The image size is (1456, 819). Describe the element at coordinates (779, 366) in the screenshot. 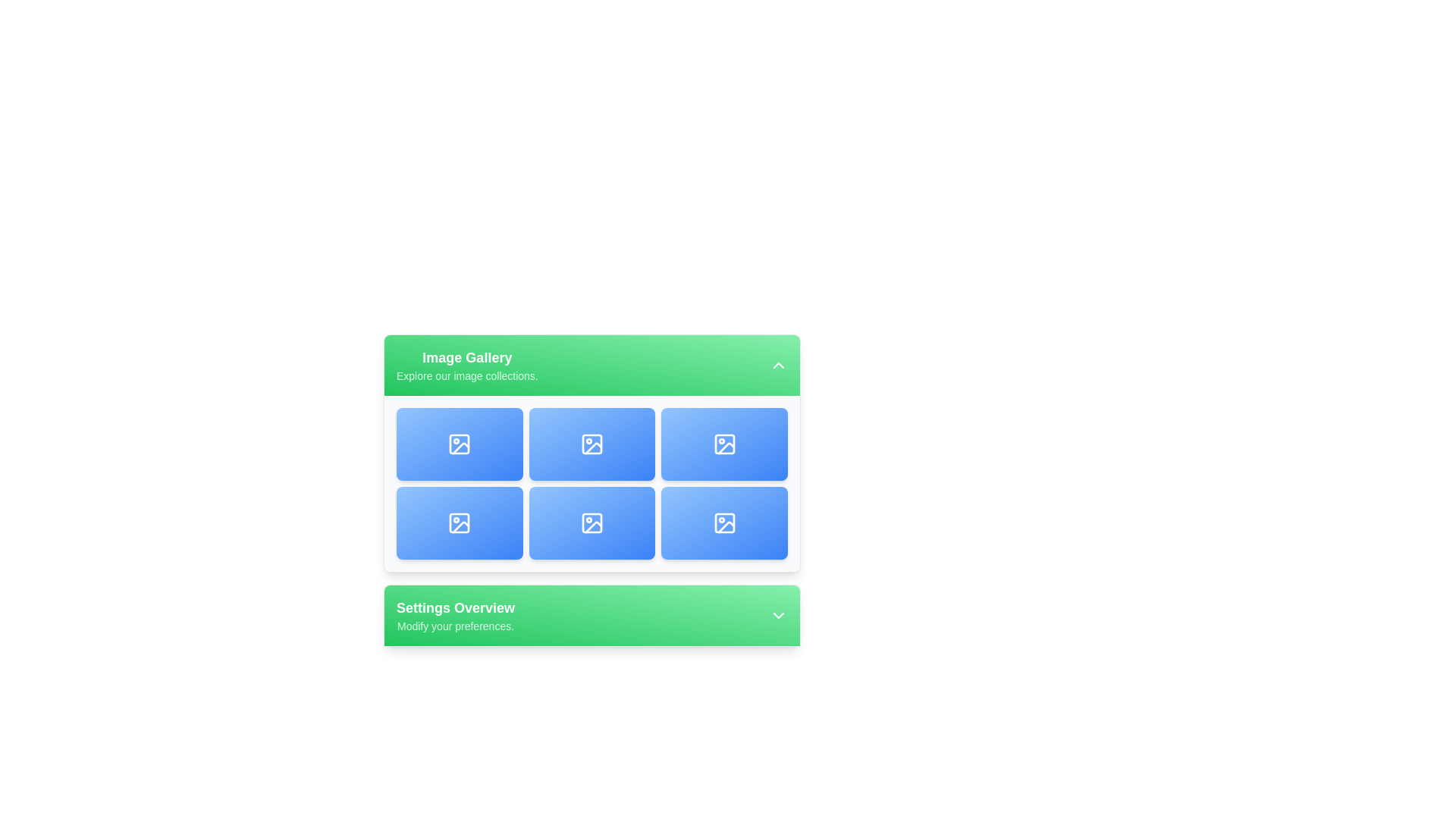

I see `the state of the upward-pointing chevron icon located at the top right corner of the green header titled 'Image Gallery'` at that location.